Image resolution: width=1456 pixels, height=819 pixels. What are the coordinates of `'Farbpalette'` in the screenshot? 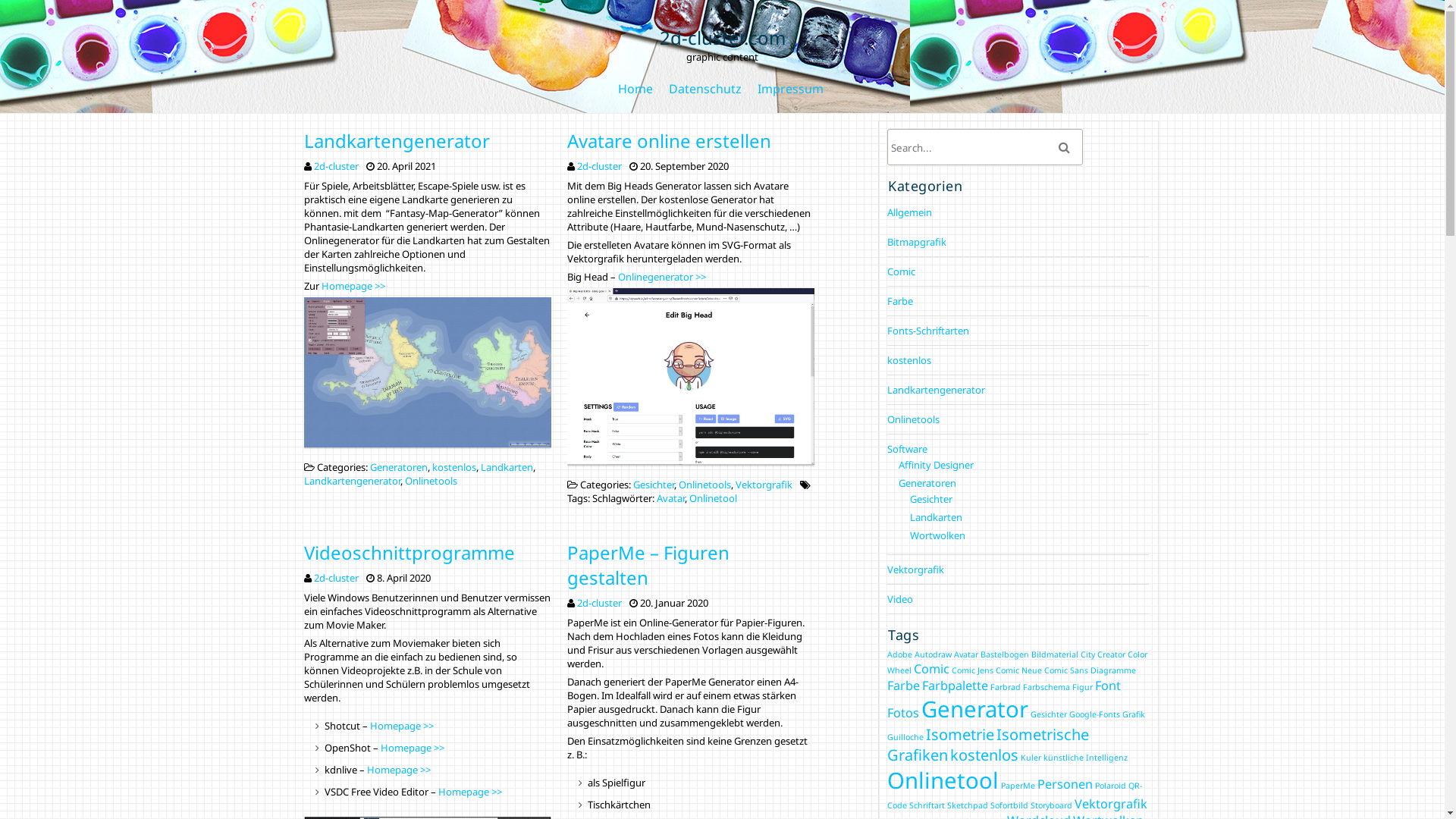 It's located at (954, 685).